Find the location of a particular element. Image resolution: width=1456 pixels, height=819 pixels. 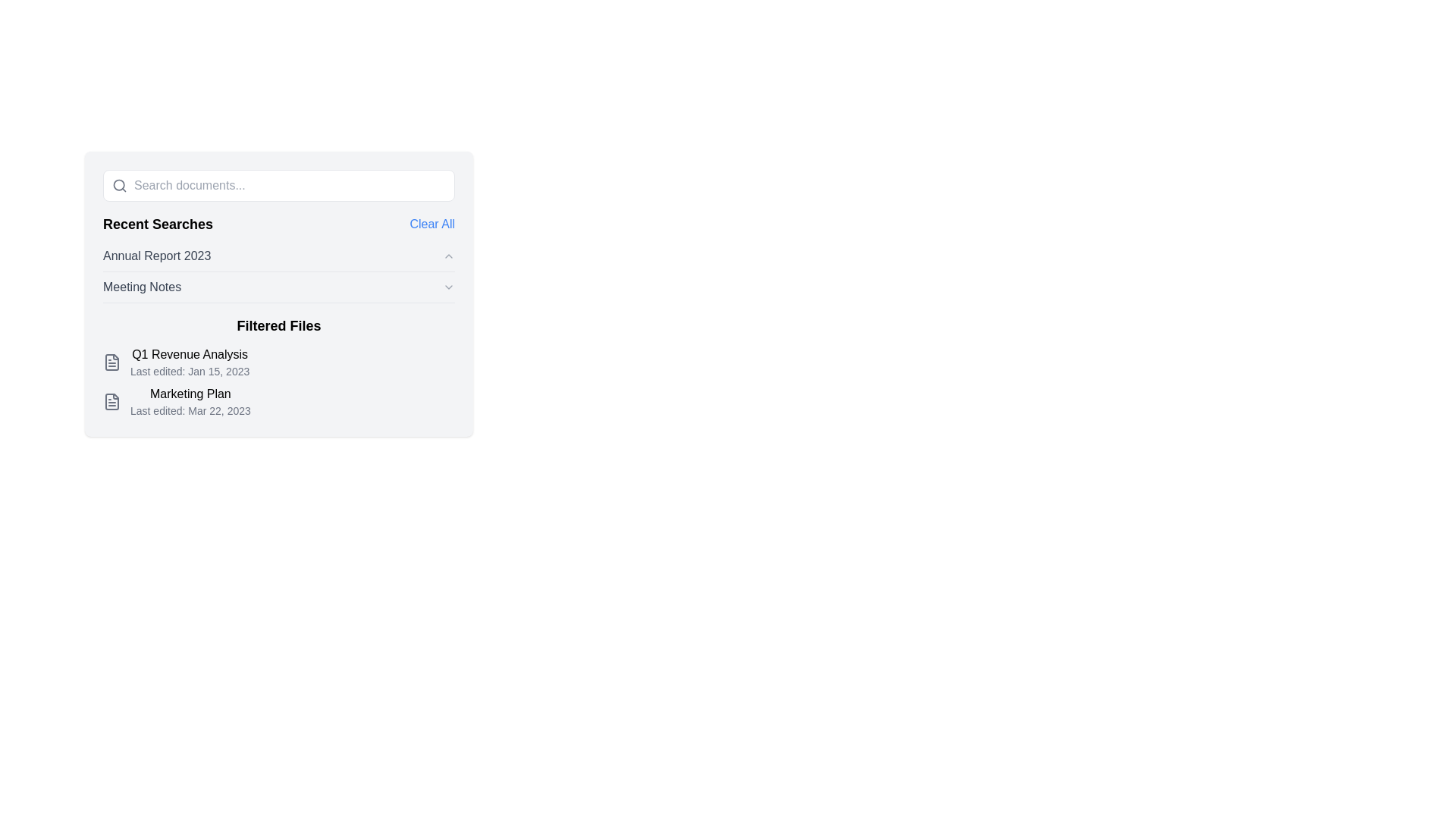

the 'Meeting Notes' label, which is a textual element styled in medium gray and aligned to the left, positioned between 'Annual Report 2023' above and an interactive button below is located at coordinates (142, 287).